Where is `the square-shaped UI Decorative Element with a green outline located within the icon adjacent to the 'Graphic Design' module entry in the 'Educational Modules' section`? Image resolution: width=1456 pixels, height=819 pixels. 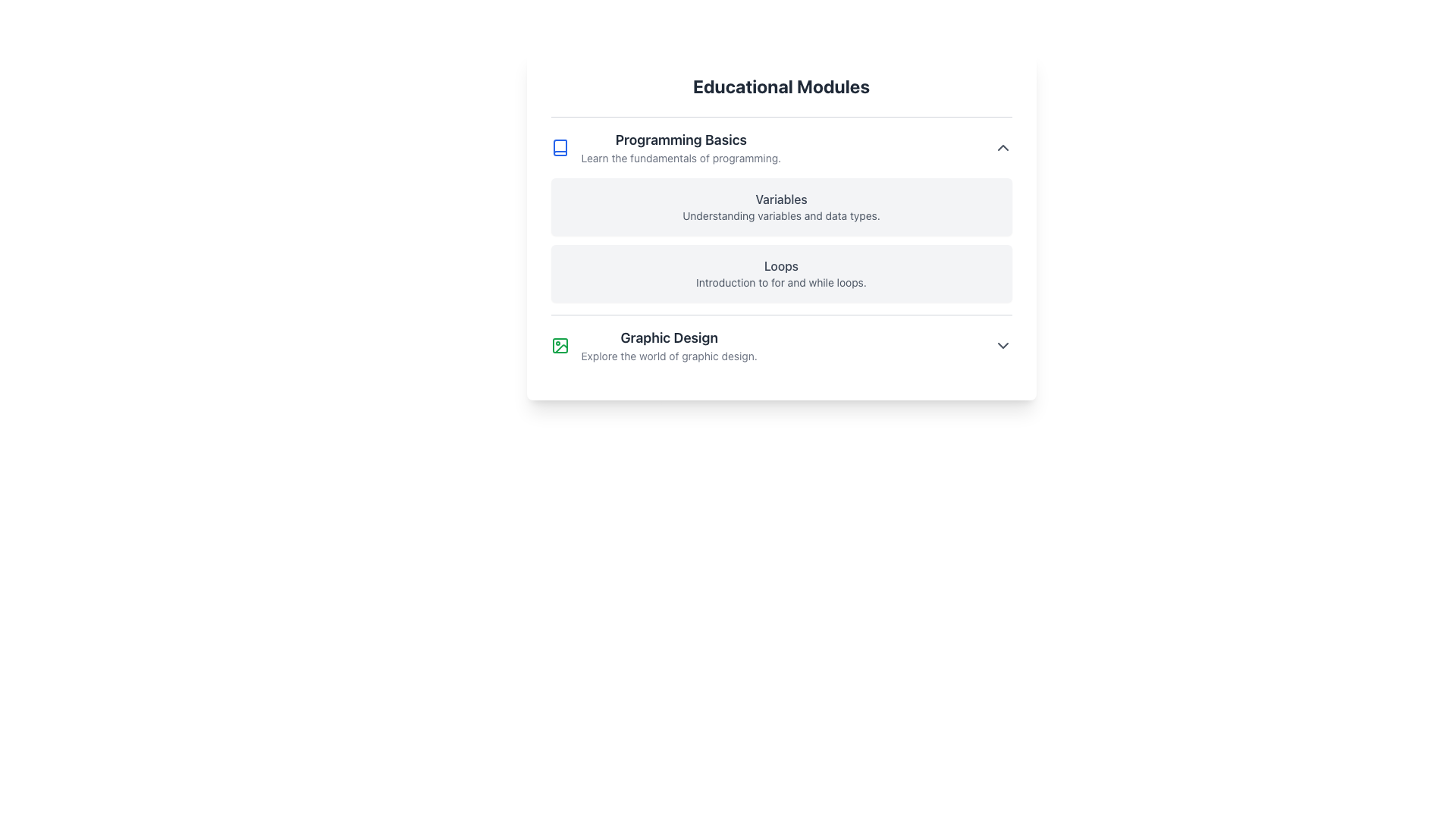 the square-shaped UI Decorative Element with a green outline located within the icon adjacent to the 'Graphic Design' module entry in the 'Educational Modules' section is located at coordinates (559, 345).